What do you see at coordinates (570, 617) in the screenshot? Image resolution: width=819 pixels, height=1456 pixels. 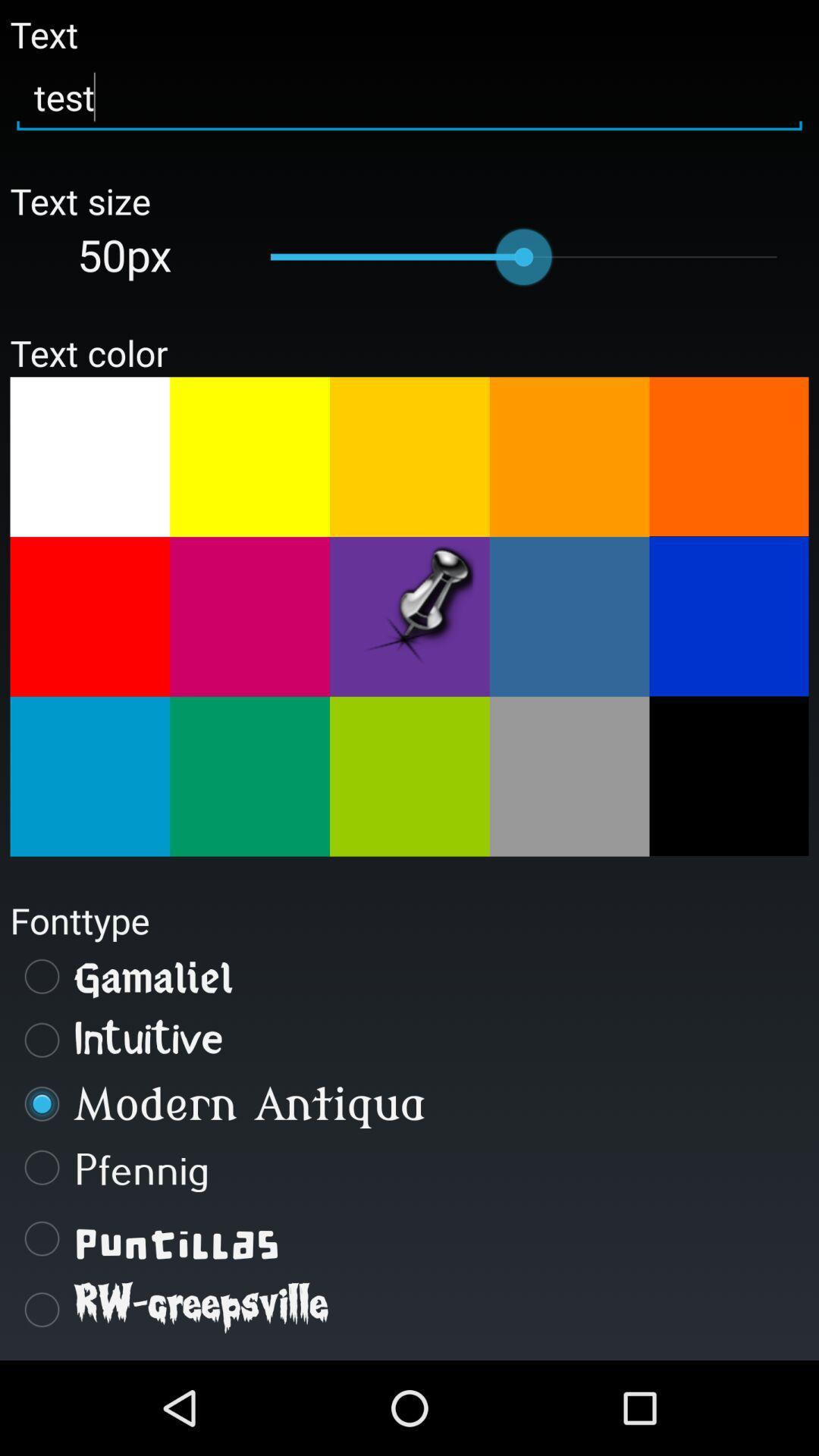 I see `choose color light blue` at bounding box center [570, 617].